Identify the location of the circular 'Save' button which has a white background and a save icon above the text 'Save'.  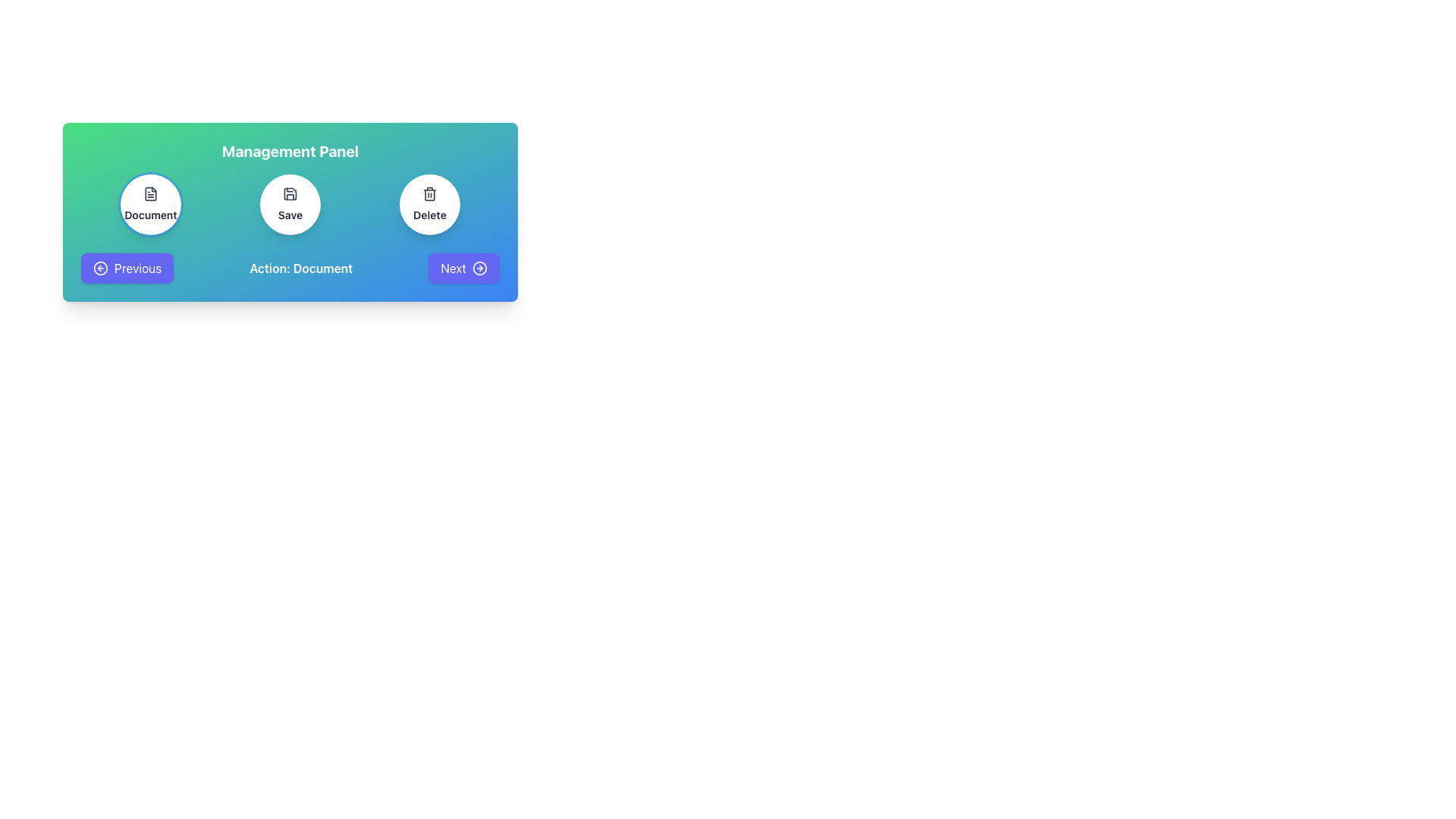
(290, 205).